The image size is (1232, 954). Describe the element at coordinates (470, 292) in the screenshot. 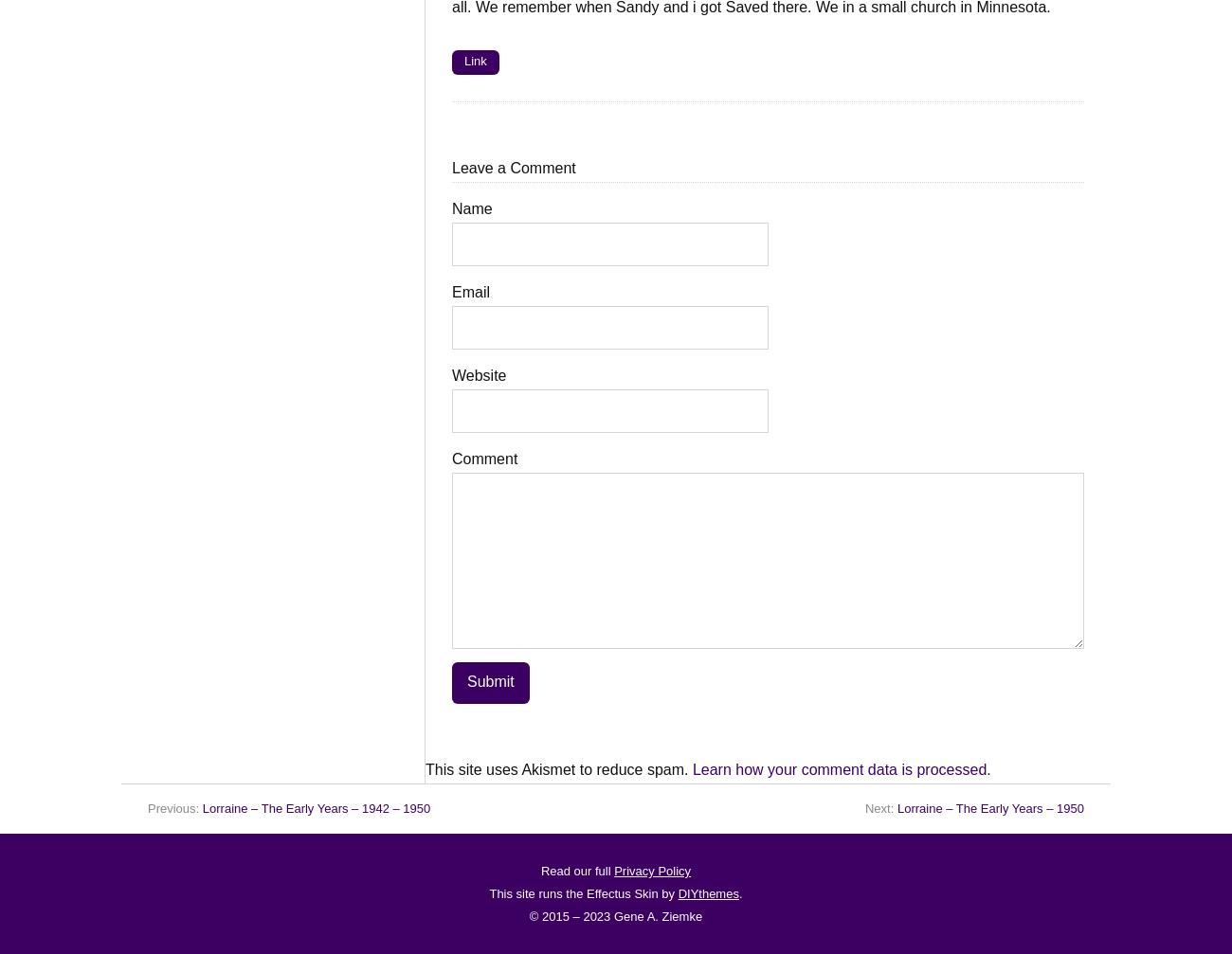

I see `'Email'` at that location.